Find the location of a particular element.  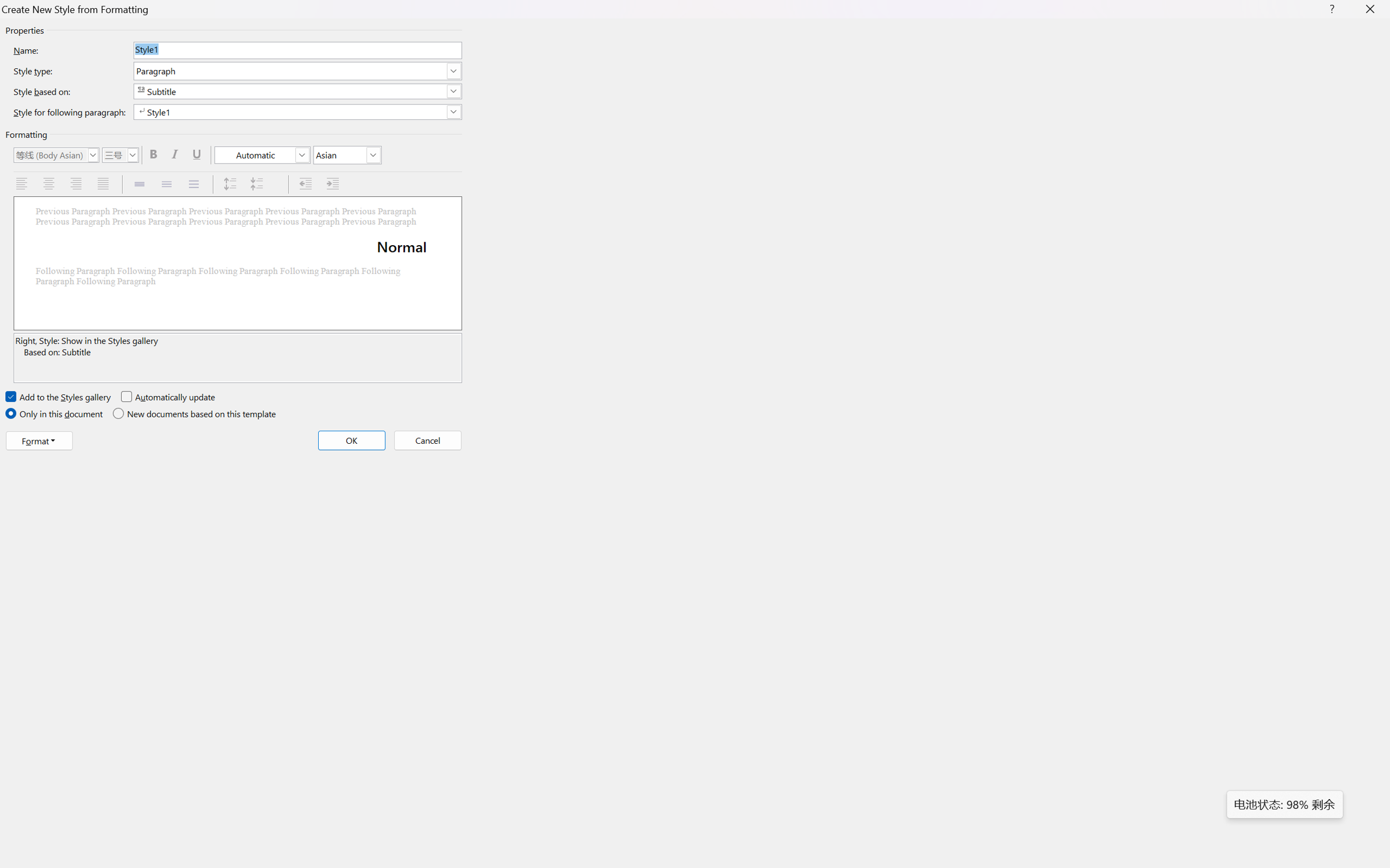

'Align Right' is located at coordinates (76, 184).